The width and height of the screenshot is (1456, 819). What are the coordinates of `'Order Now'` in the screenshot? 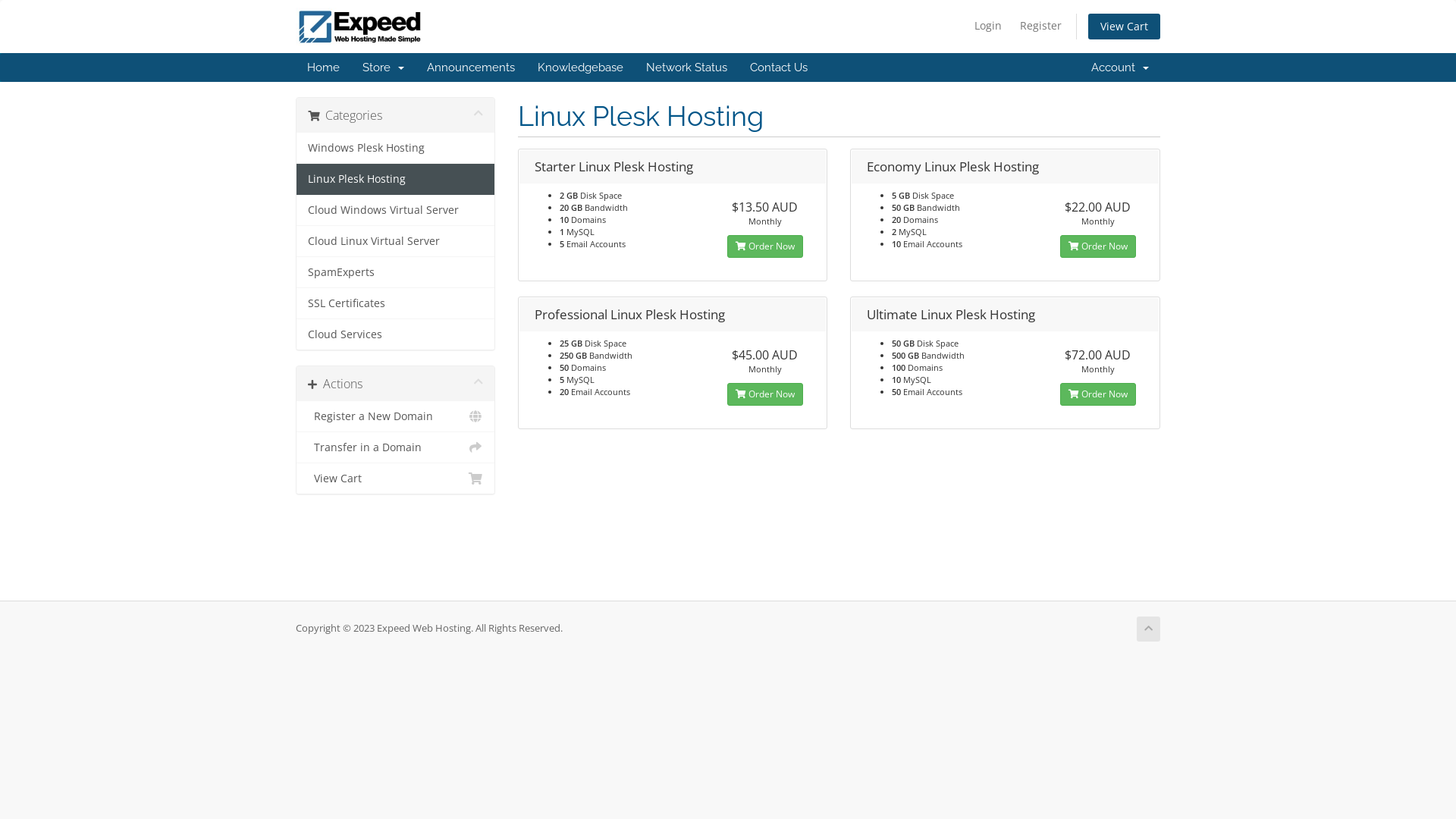 It's located at (764, 394).